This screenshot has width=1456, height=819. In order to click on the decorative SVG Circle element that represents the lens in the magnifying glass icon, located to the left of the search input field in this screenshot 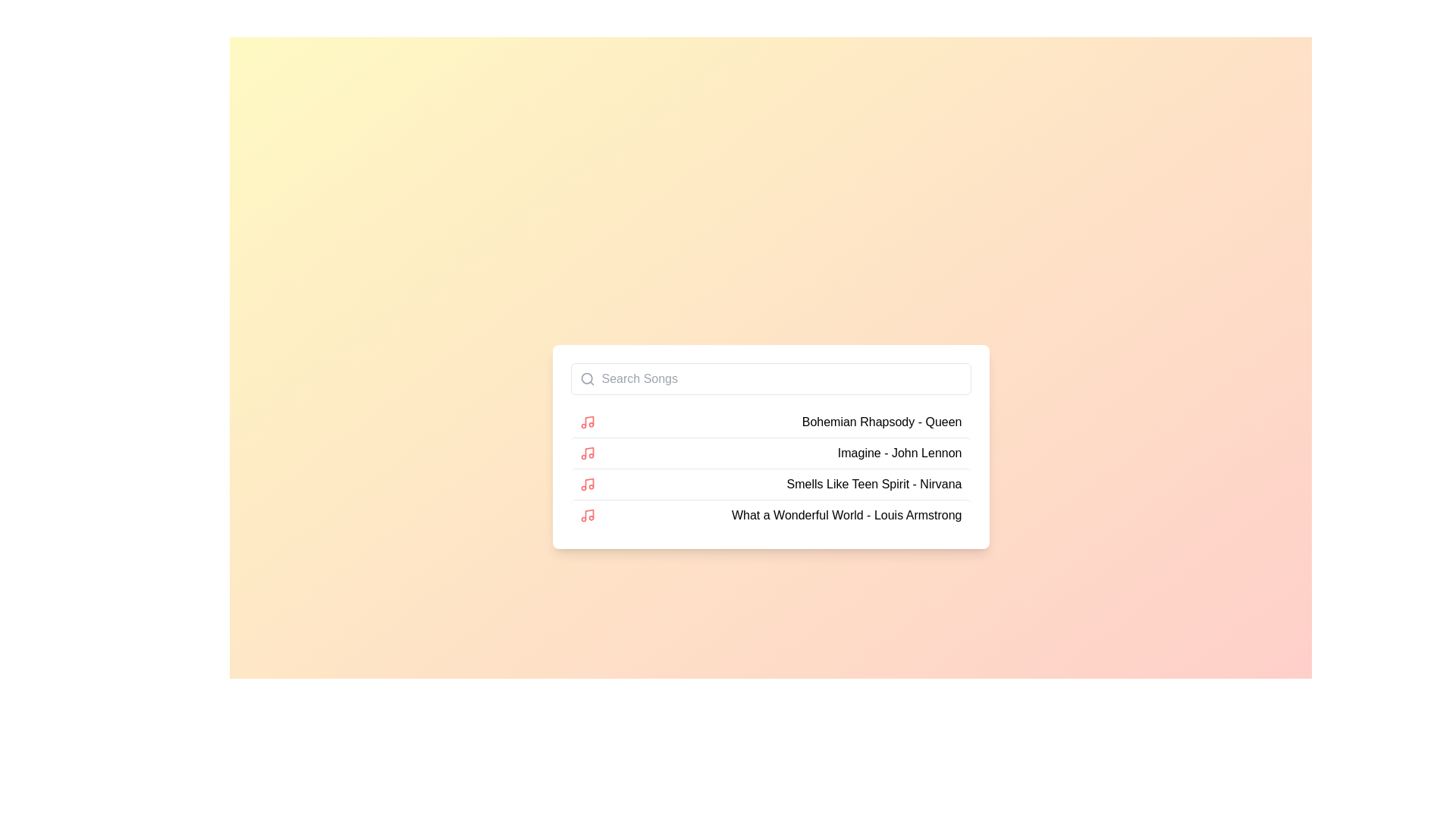, I will do `click(585, 377)`.